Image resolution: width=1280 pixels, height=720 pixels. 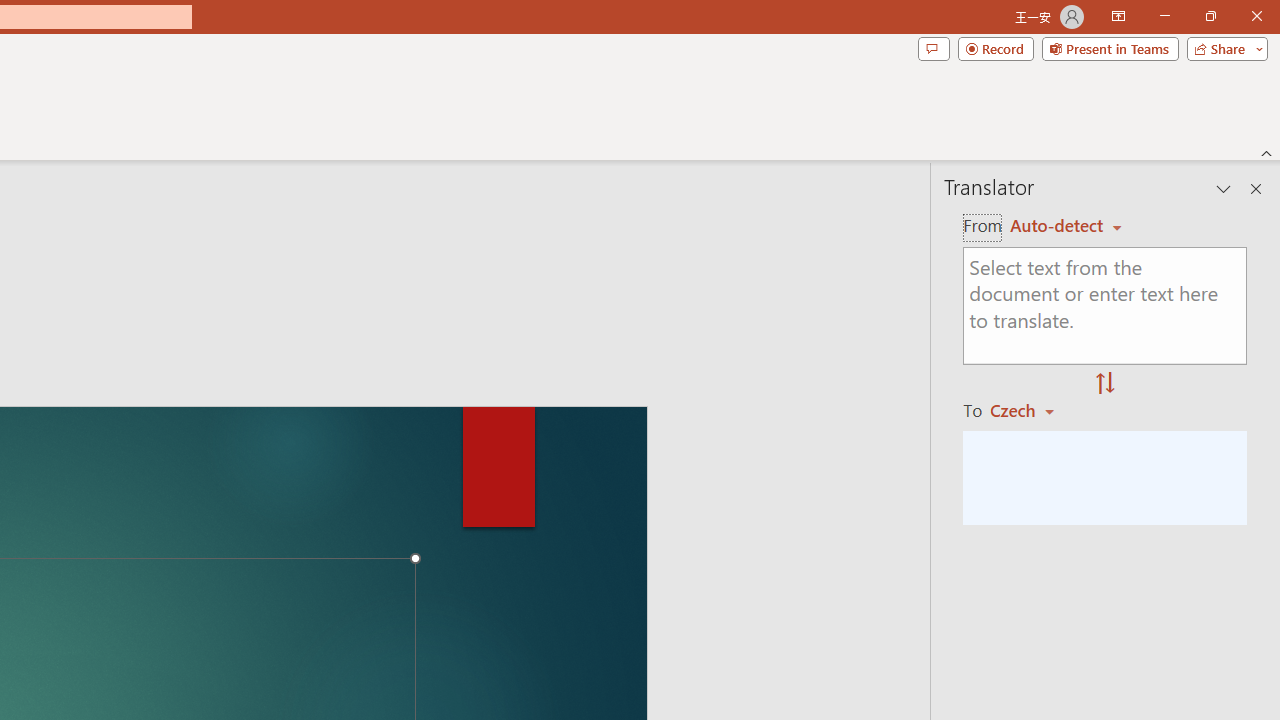 What do you see at coordinates (1031, 409) in the screenshot?
I see `'Czech'` at bounding box center [1031, 409].